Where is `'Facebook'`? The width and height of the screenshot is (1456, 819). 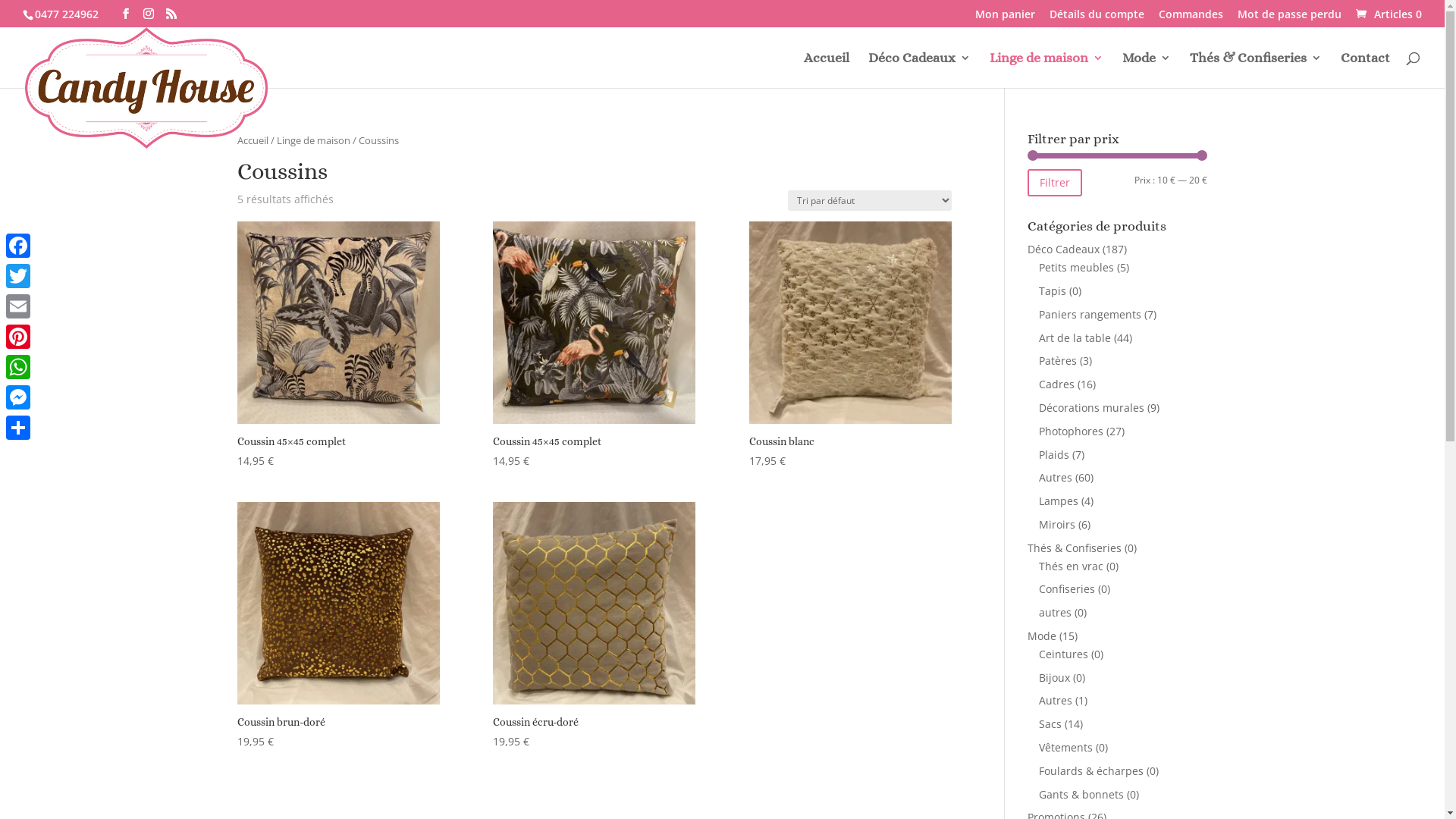 'Facebook' is located at coordinates (18, 245).